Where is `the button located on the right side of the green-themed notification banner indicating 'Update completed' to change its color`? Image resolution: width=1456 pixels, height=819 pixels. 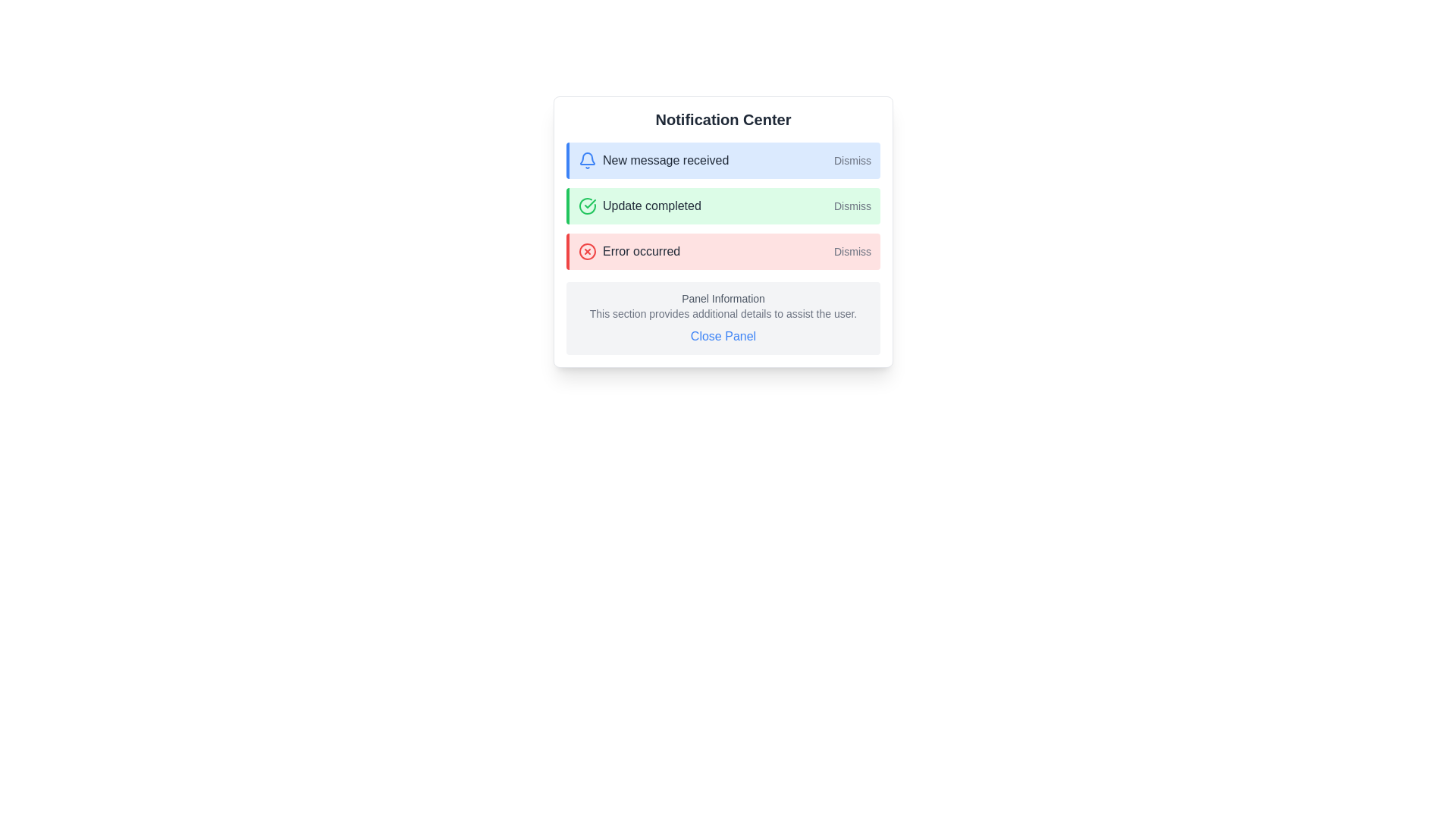 the button located on the right side of the green-themed notification banner indicating 'Update completed' to change its color is located at coordinates (852, 206).